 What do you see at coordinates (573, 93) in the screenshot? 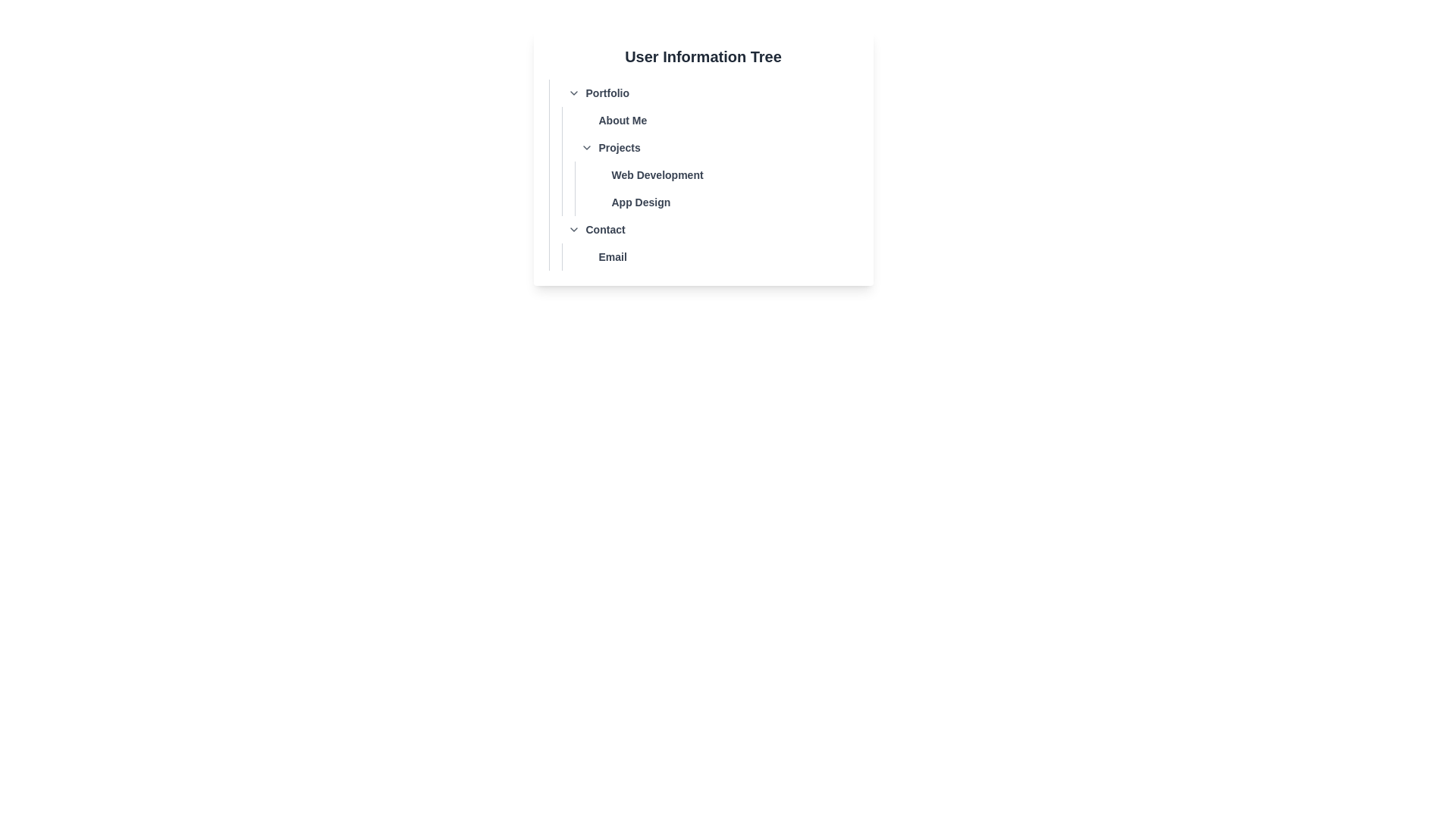
I see `the downward-facing chevron icon button, which is gray and has rounded edges, located to the left of the 'Portfolio' label` at bounding box center [573, 93].